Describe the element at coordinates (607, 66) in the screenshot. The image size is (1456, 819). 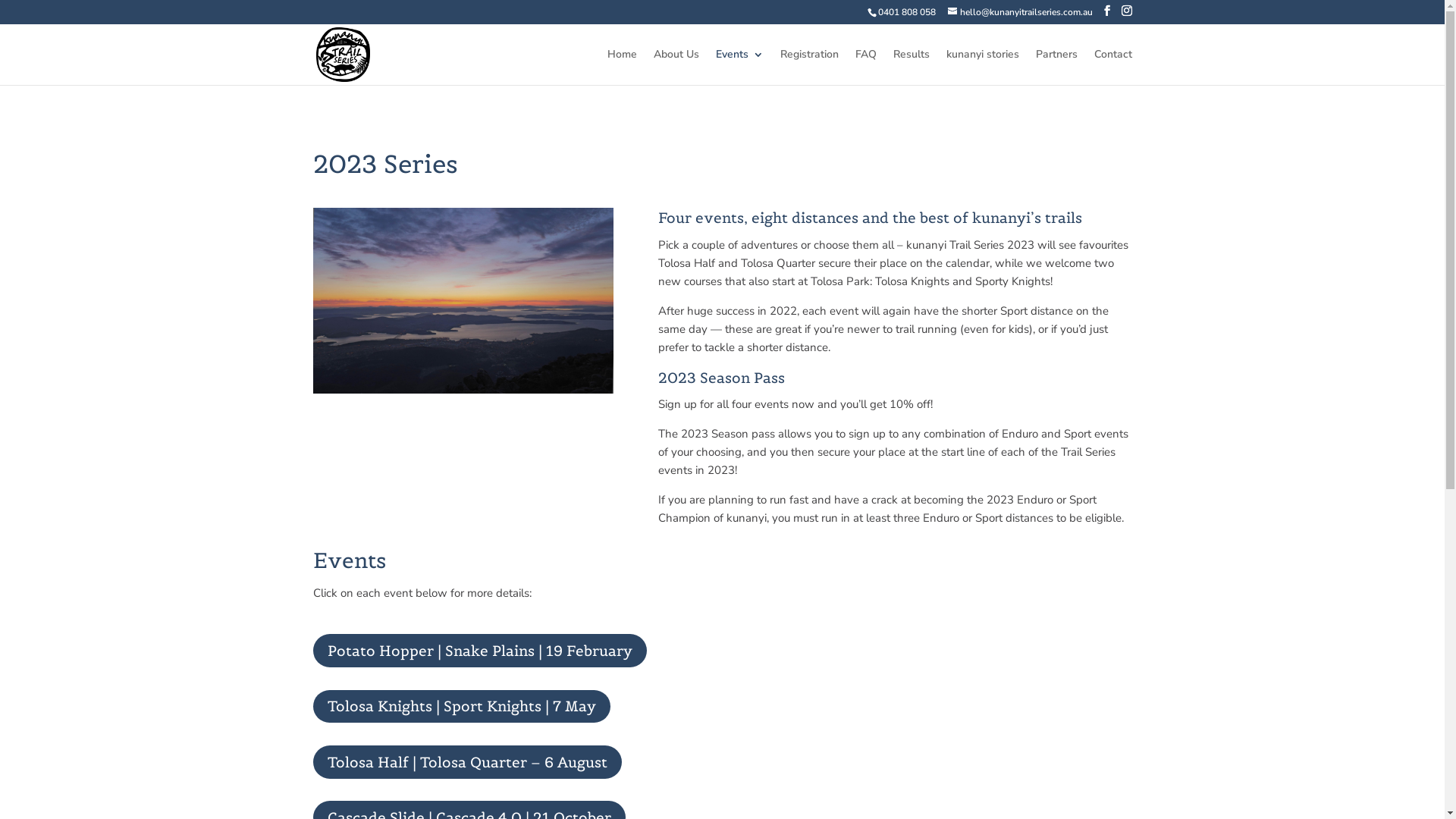
I see `'Home'` at that location.